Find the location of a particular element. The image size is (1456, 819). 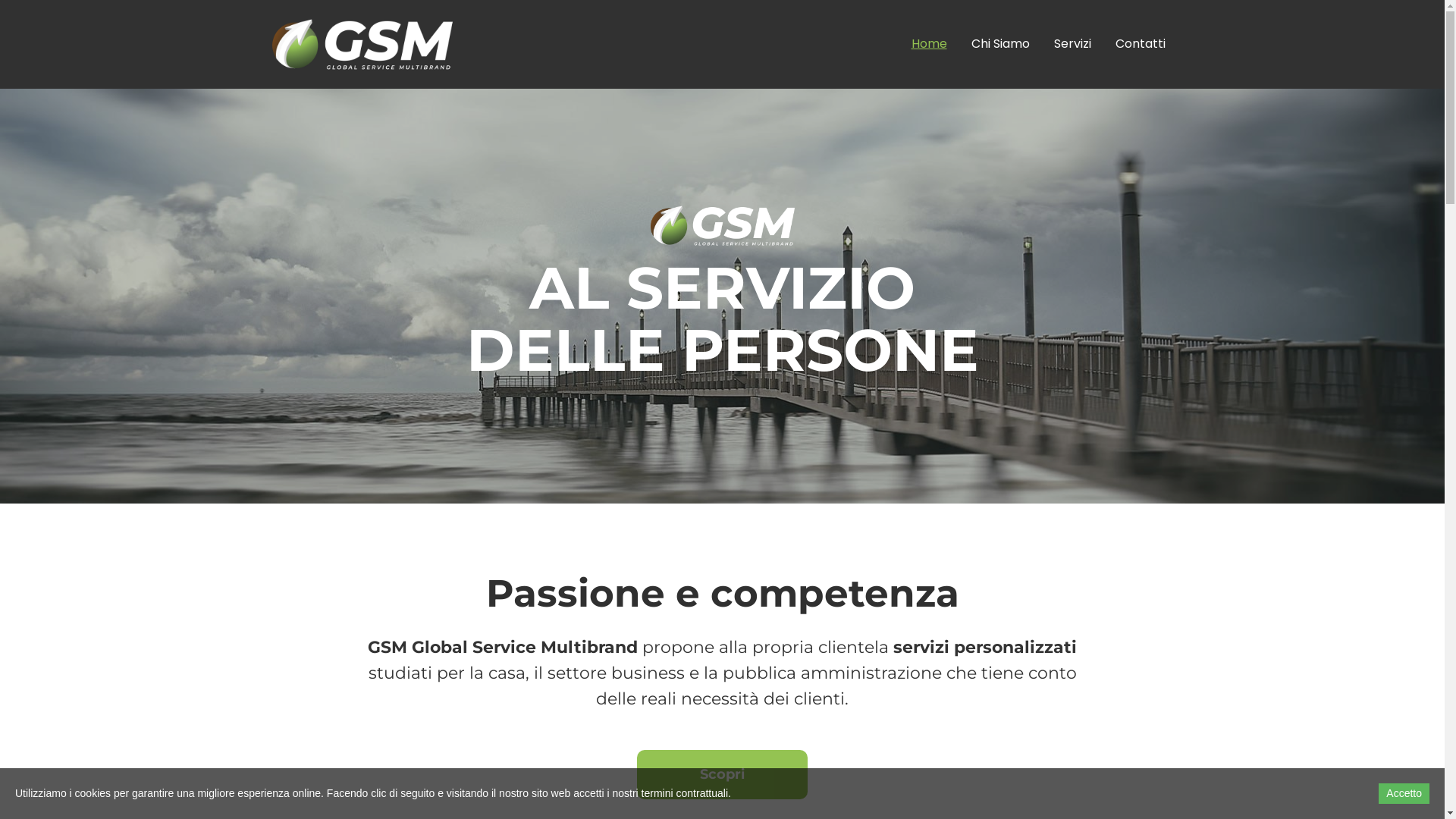

'Contatti' is located at coordinates (1103, 42).